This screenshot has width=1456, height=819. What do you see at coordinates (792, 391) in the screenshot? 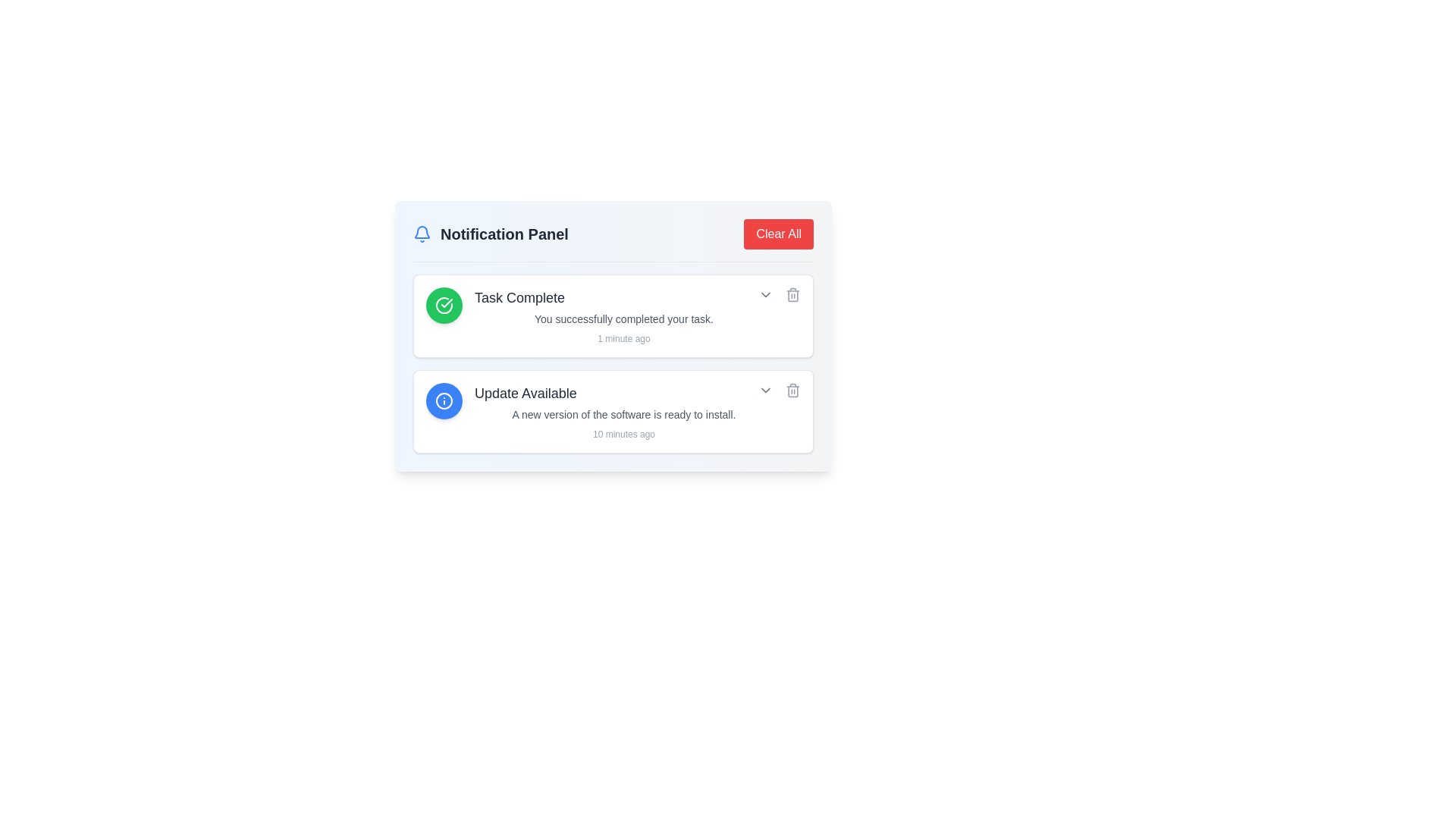
I see `the trash bin icon representing a delete action, which is located on the far-right side of the 'Update Available' notification box` at bounding box center [792, 391].